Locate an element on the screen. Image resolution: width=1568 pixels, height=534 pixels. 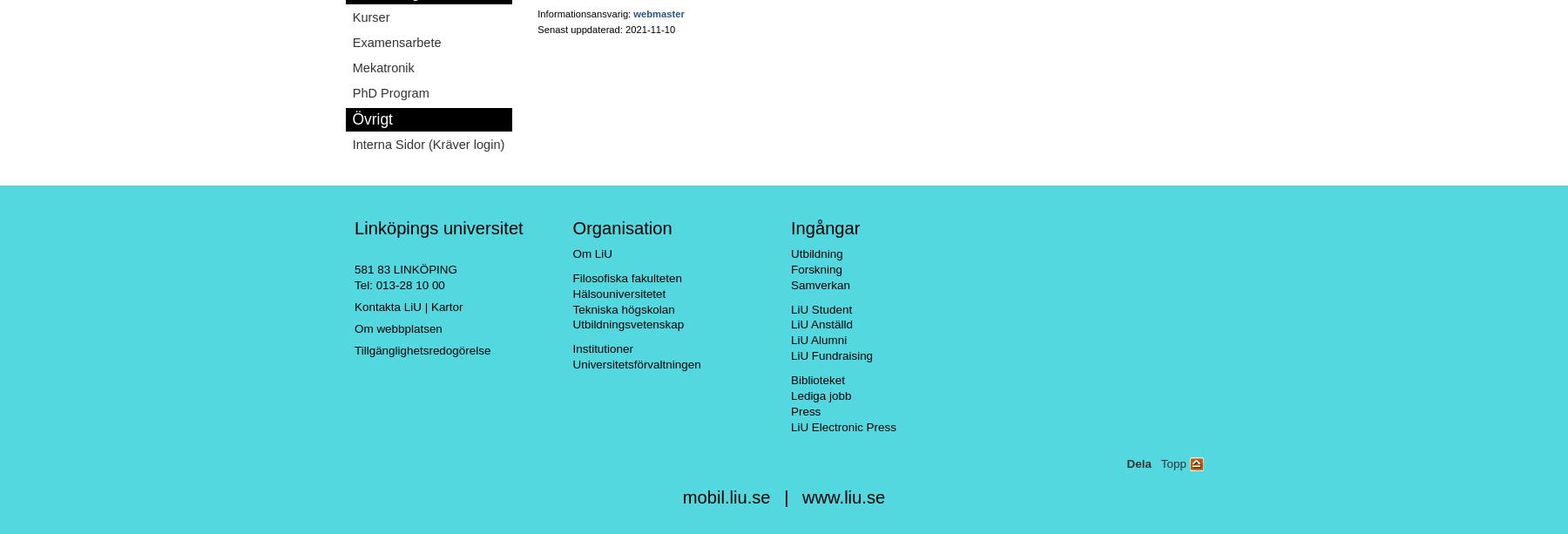
'LiU Electronic Press' is located at coordinates (841, 426).